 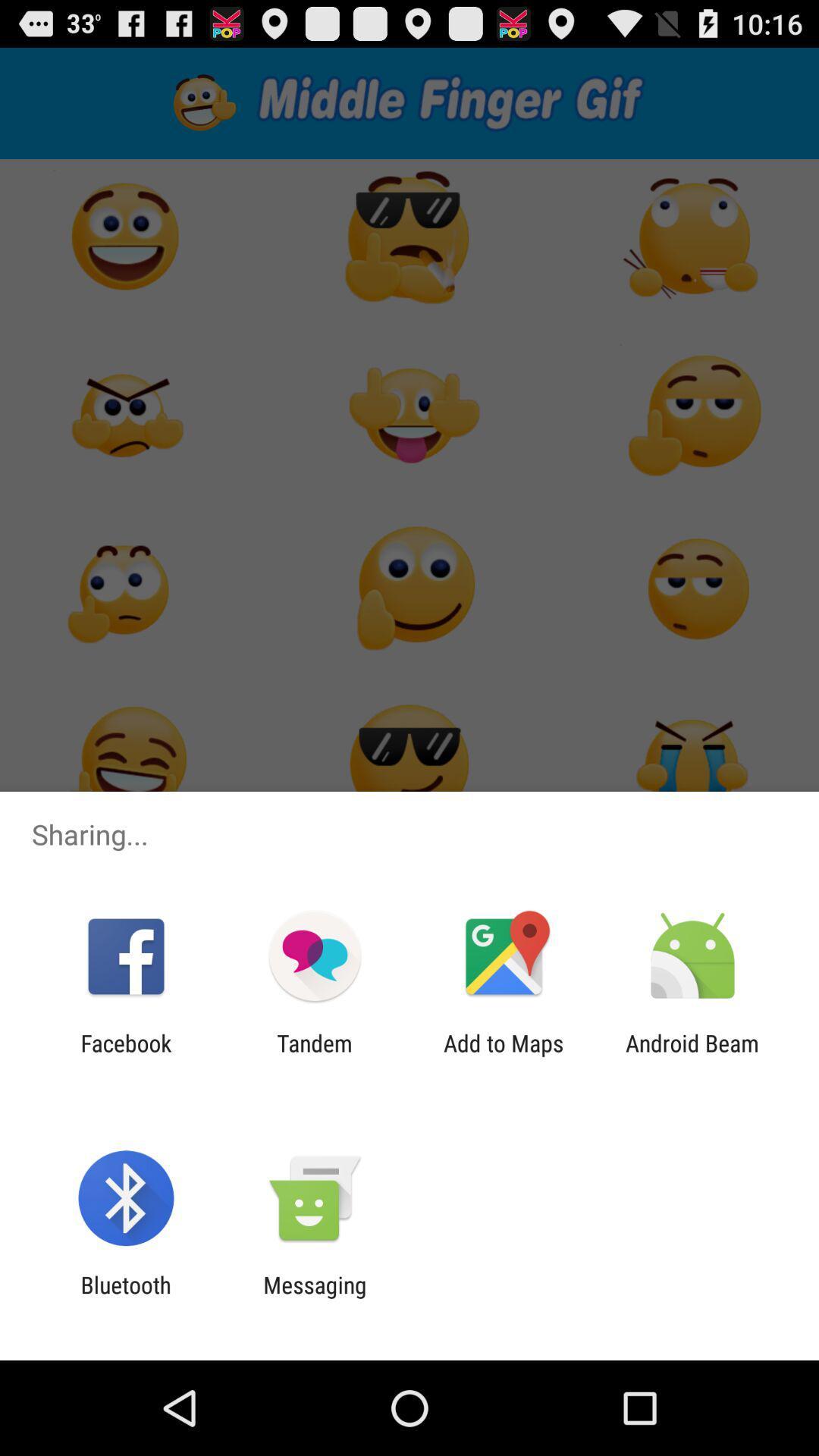 What do you see at coordinates (125, 1298) in the screenshot?
I see `the item next to messaging icon` at bounding box center [125, 1298].